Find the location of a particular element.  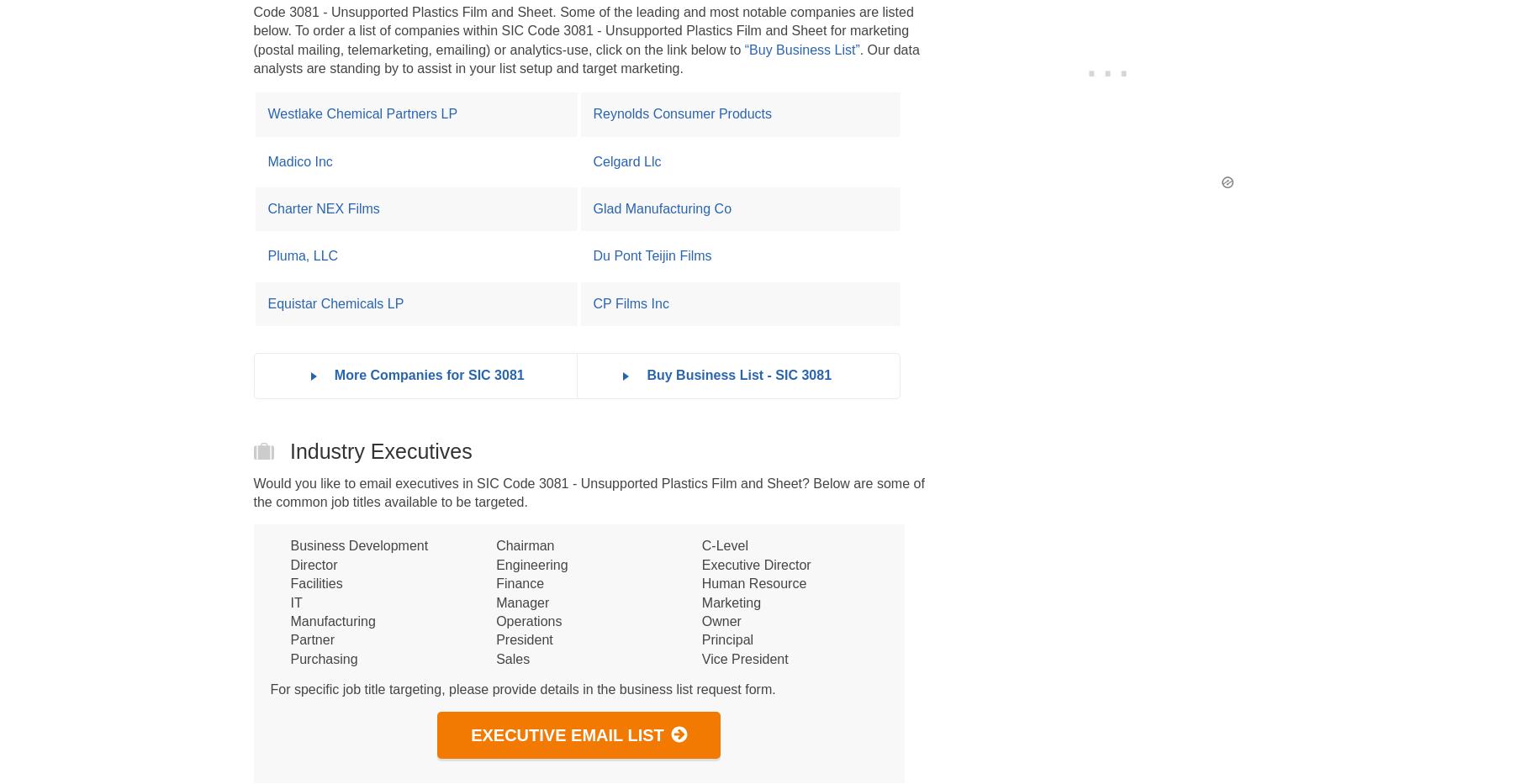

'Executive Email List' is located at coordinates (566, 734).